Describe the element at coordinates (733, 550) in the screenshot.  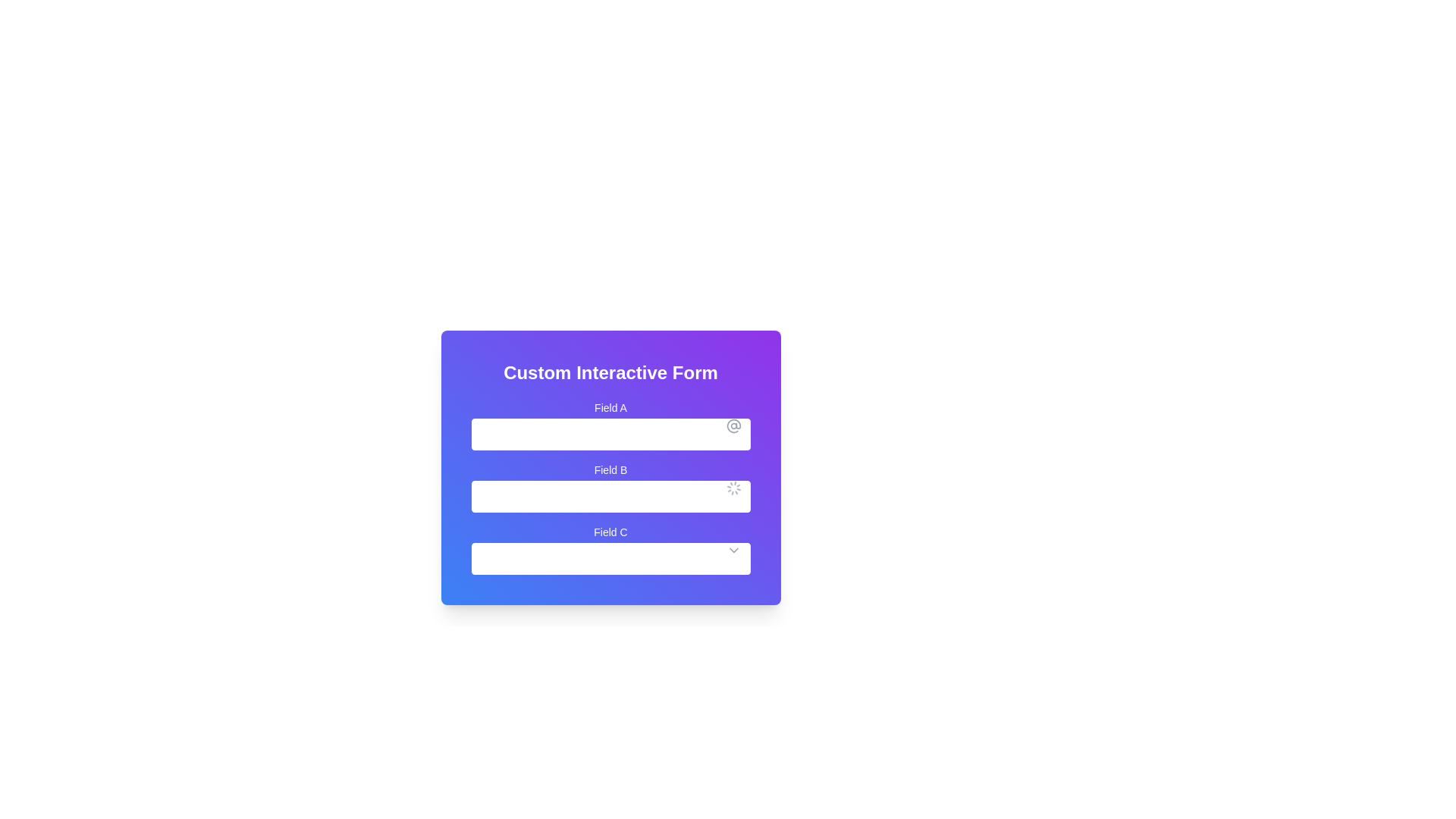
I see `the small downward-pointing chevron icon outlined in gray, located at the right end of the third input field` at that location.